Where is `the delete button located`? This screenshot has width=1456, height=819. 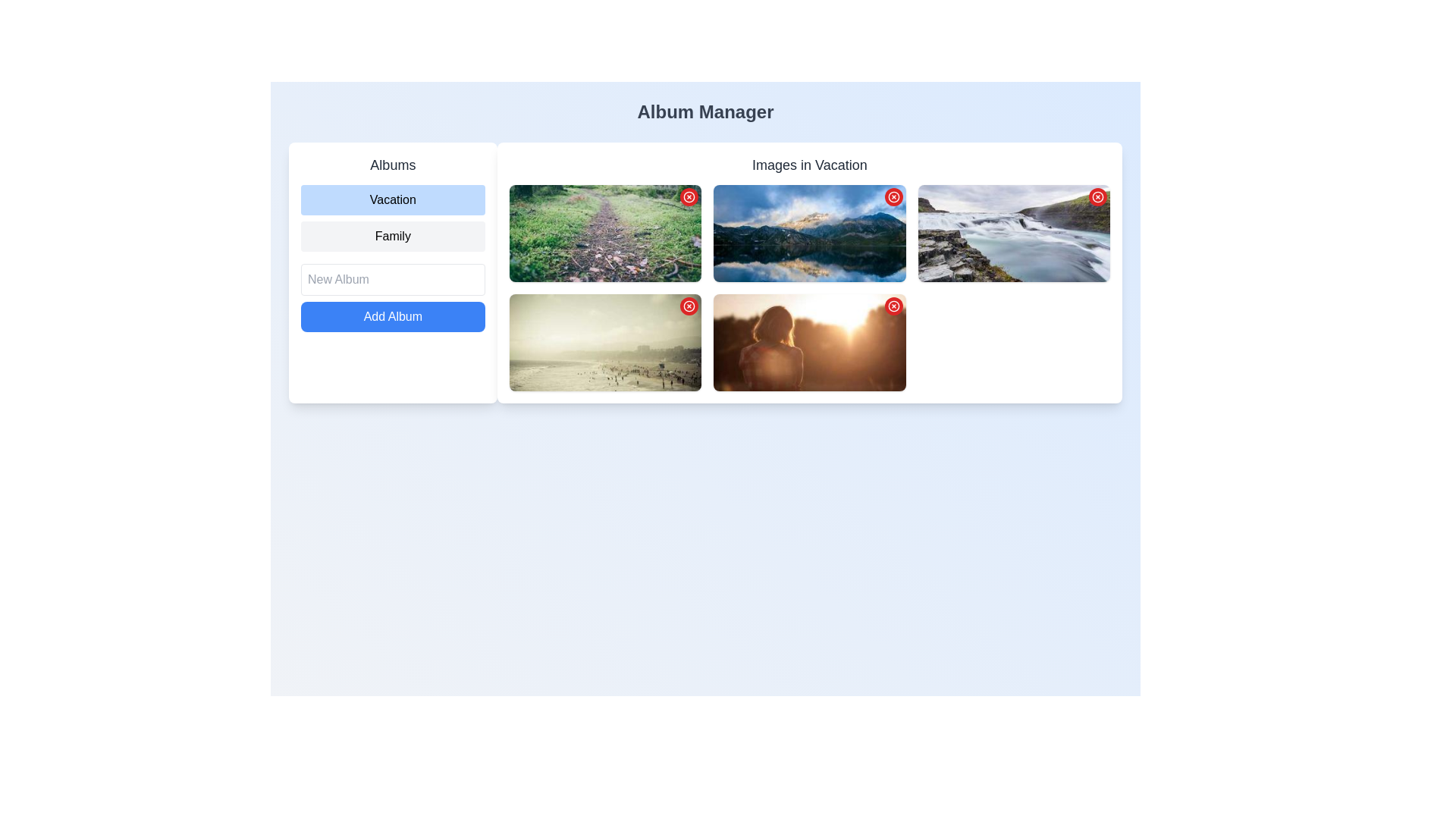
the delete button located is located at coordinates (893, 306).